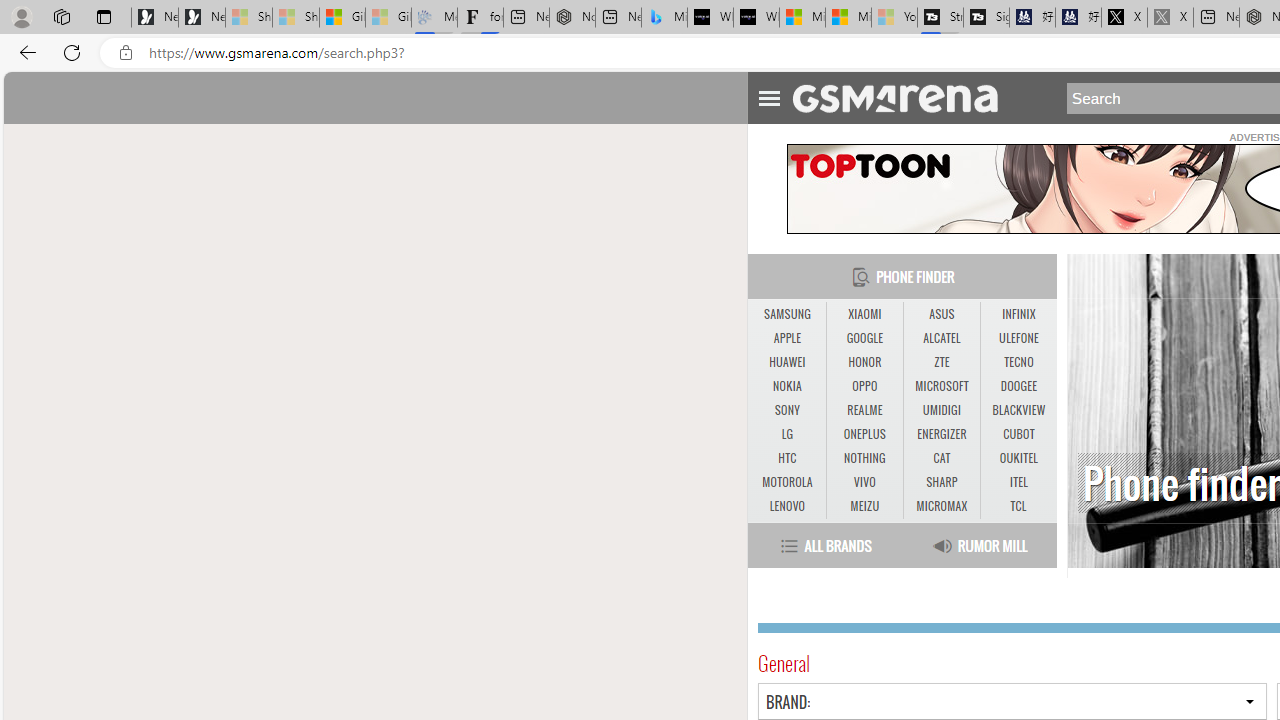 Image resolution: width=1280 pixels, height=720 pixels. What do you see at coordinates (786, 315) in the screenshot?
I see `'SAMSUNG'` at bounding box center [786, 315].